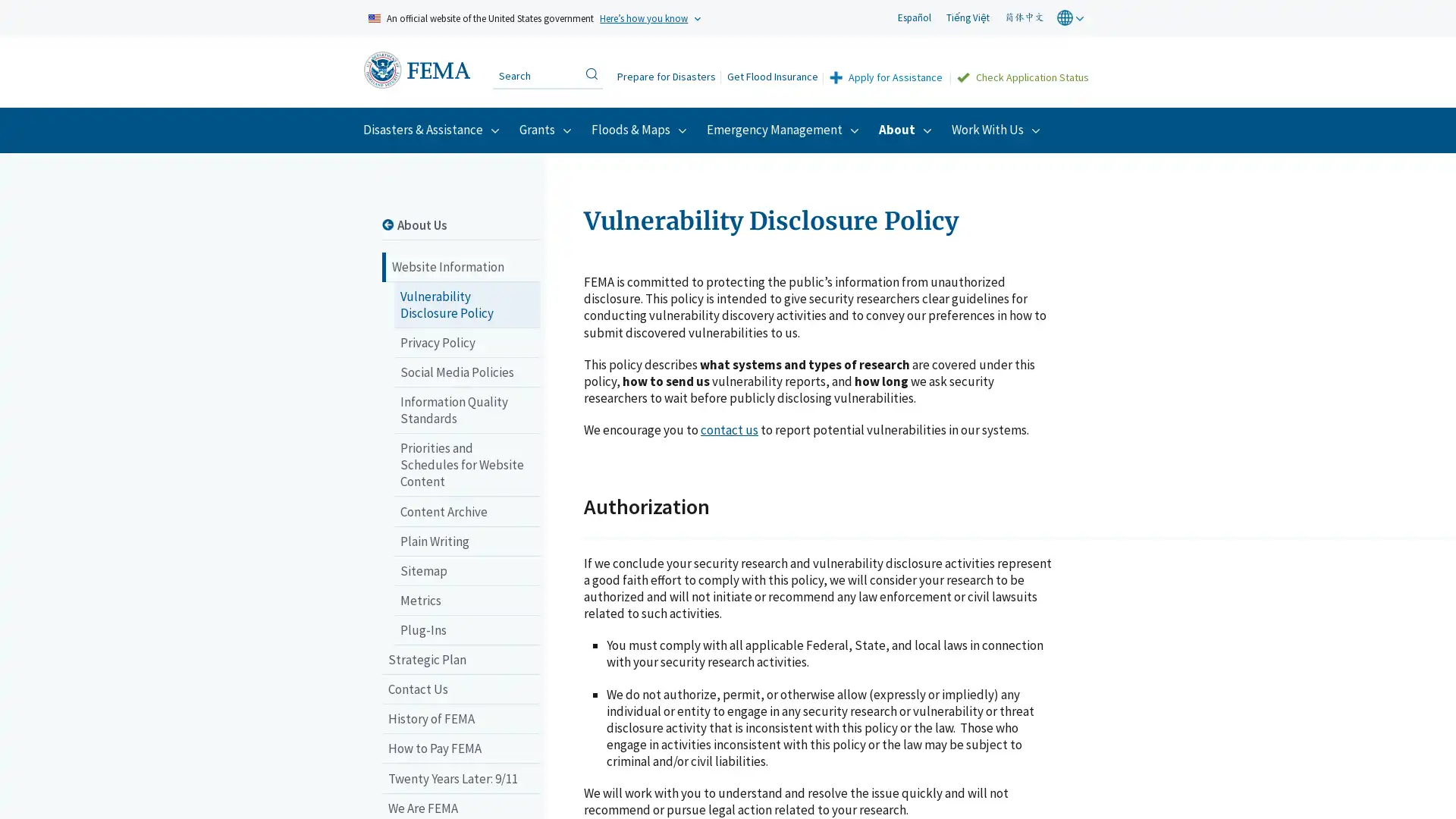 Image resolution: width=1456 pixels, height=819 pixels. Describe the element at coordinates (907, 128) in the screenshot. I see `About` at that location.